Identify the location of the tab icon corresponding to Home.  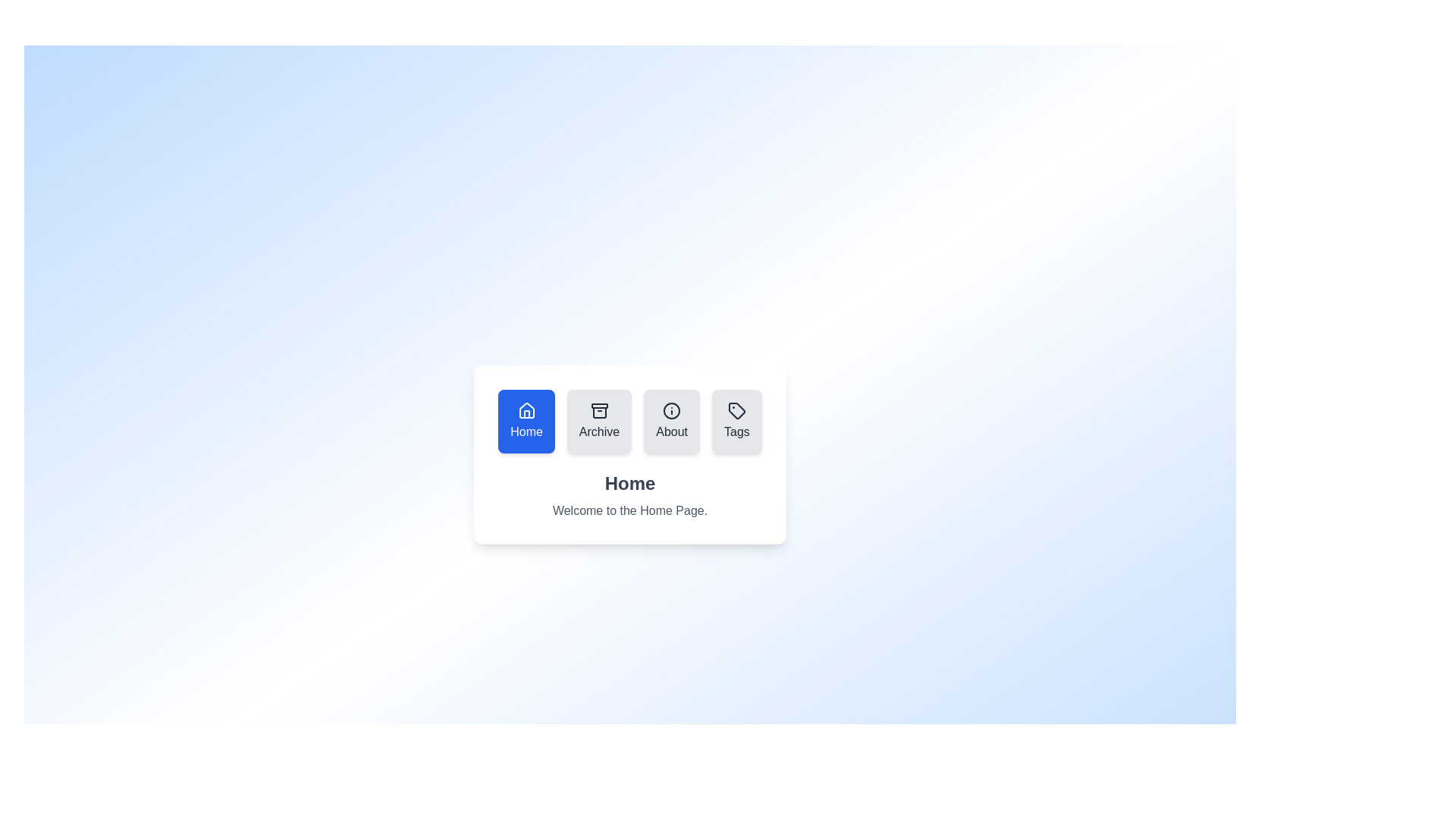
(526, 421).